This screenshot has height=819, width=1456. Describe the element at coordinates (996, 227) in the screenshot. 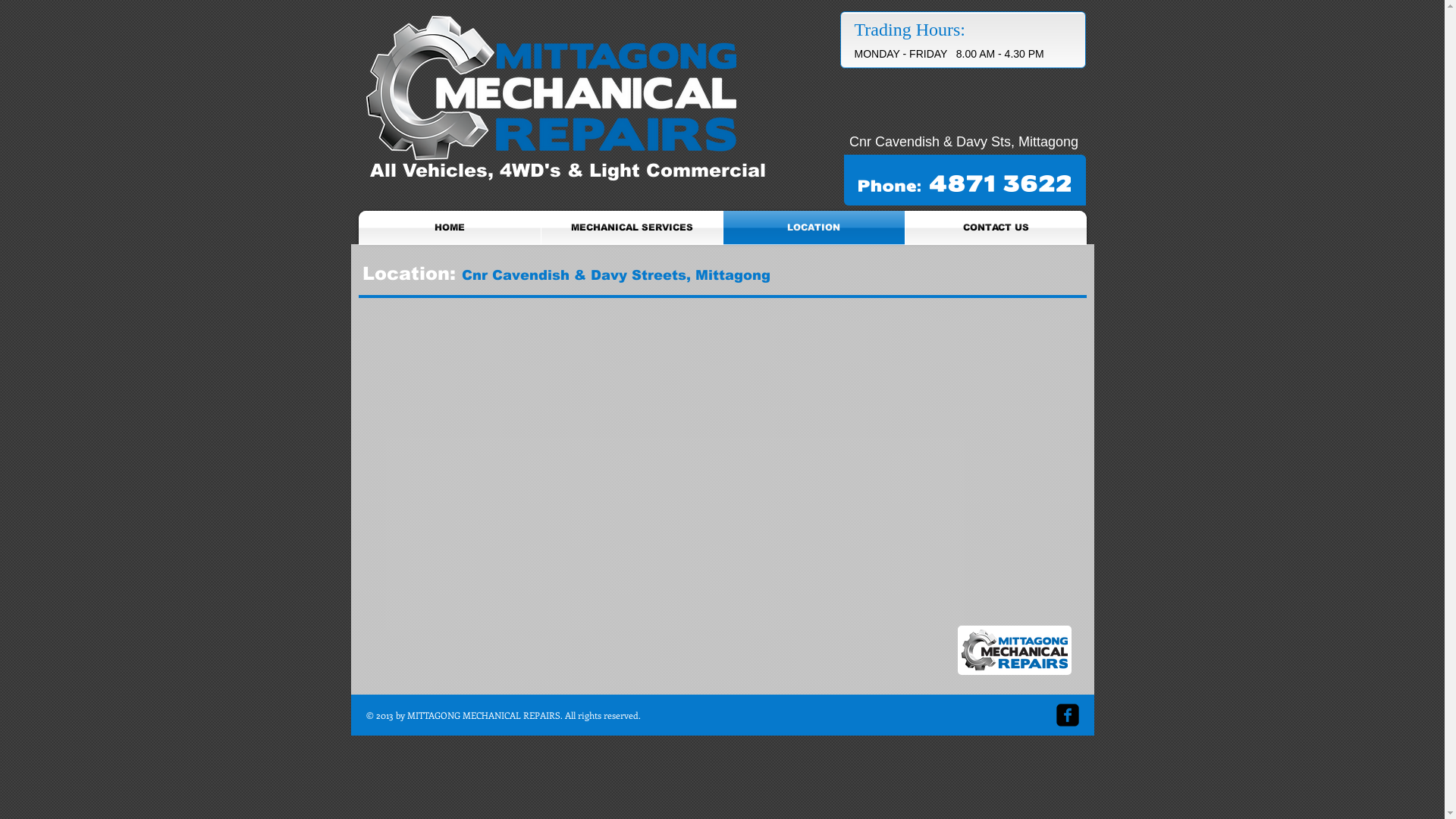

I see `'CONTACT US'` at that location.